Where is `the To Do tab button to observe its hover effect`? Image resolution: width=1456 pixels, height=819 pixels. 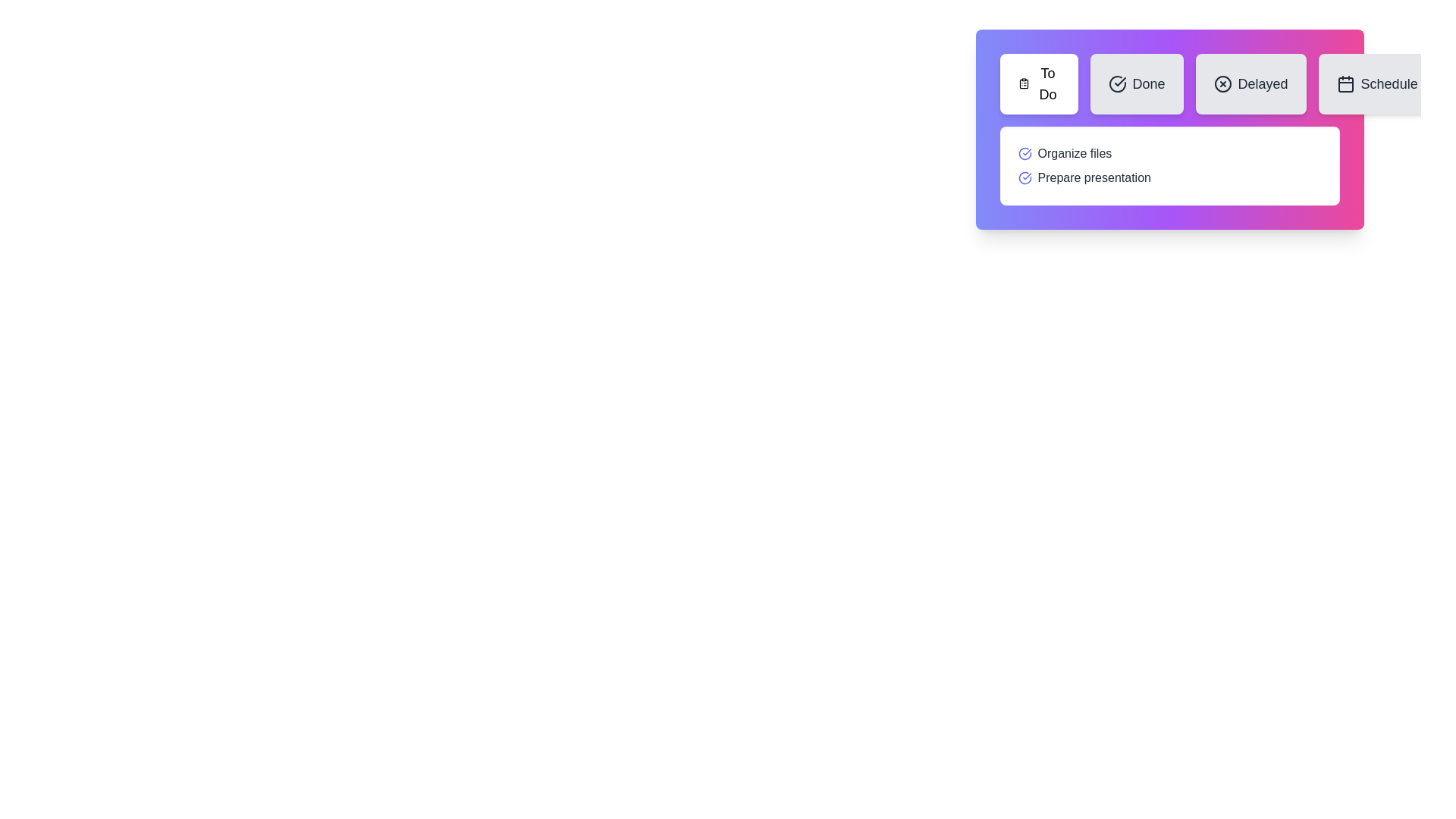
the To Do tab button to observe its hover effect is located at coordinates (1037, 84).